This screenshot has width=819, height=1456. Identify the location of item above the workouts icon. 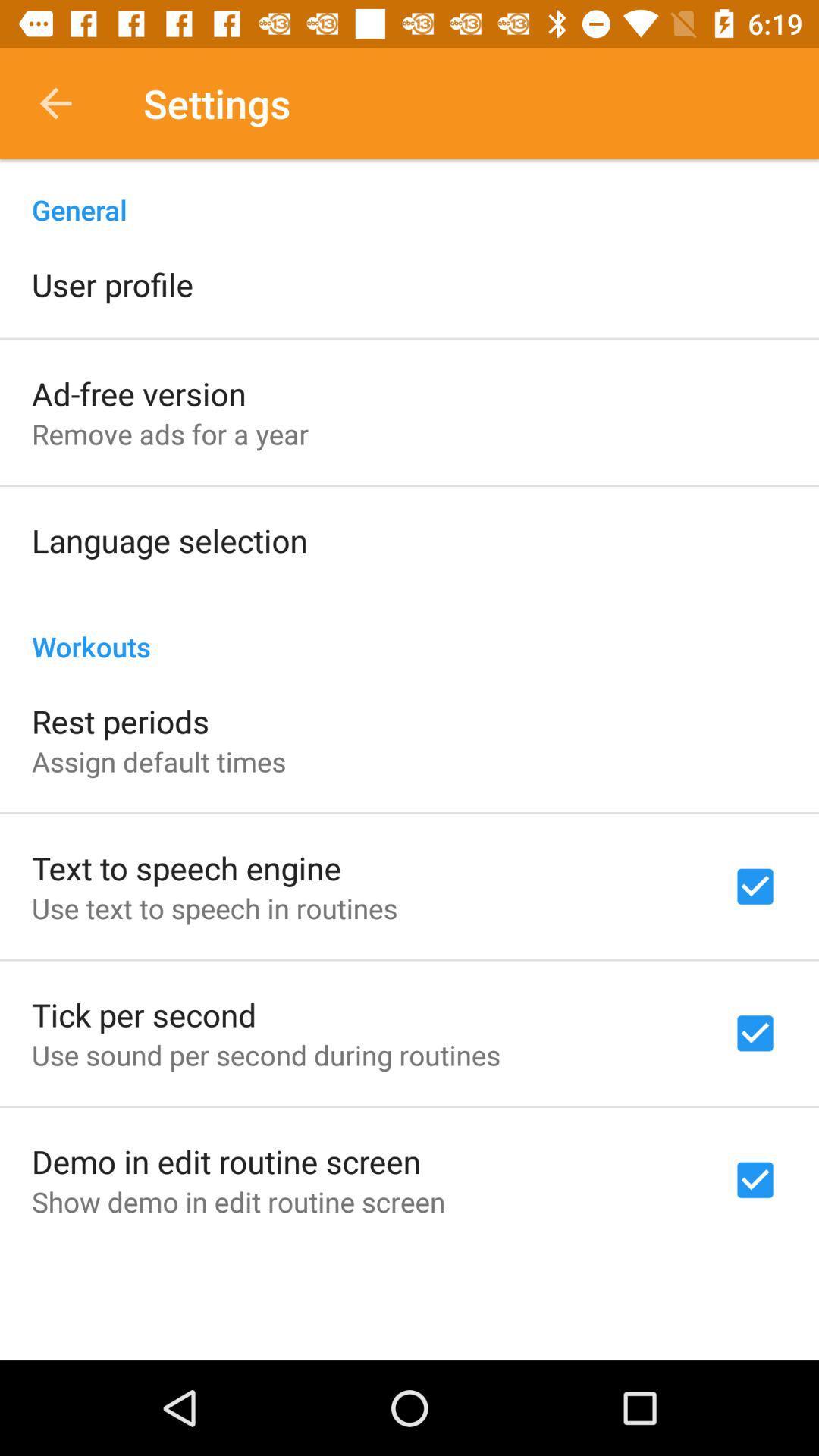
(169, 540).